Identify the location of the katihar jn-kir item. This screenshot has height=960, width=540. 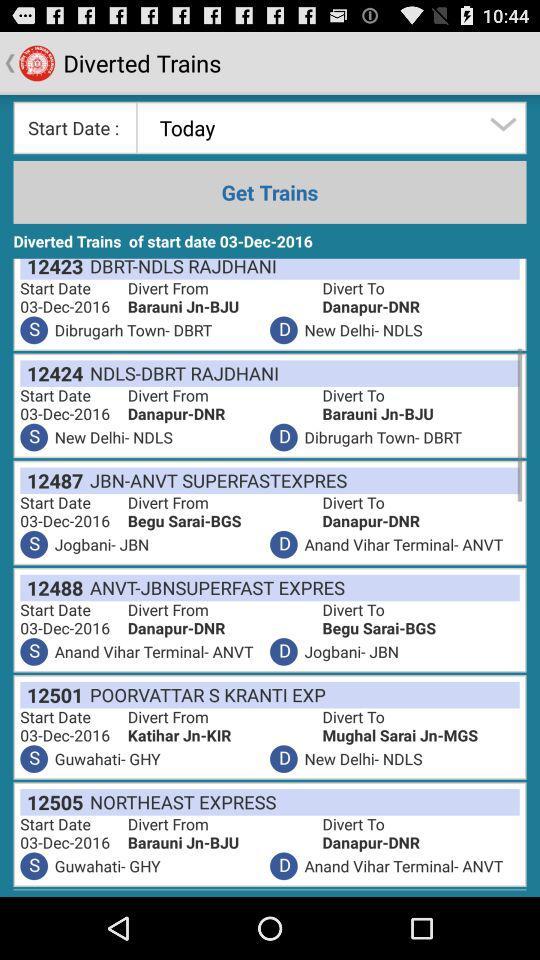
(222, 734).